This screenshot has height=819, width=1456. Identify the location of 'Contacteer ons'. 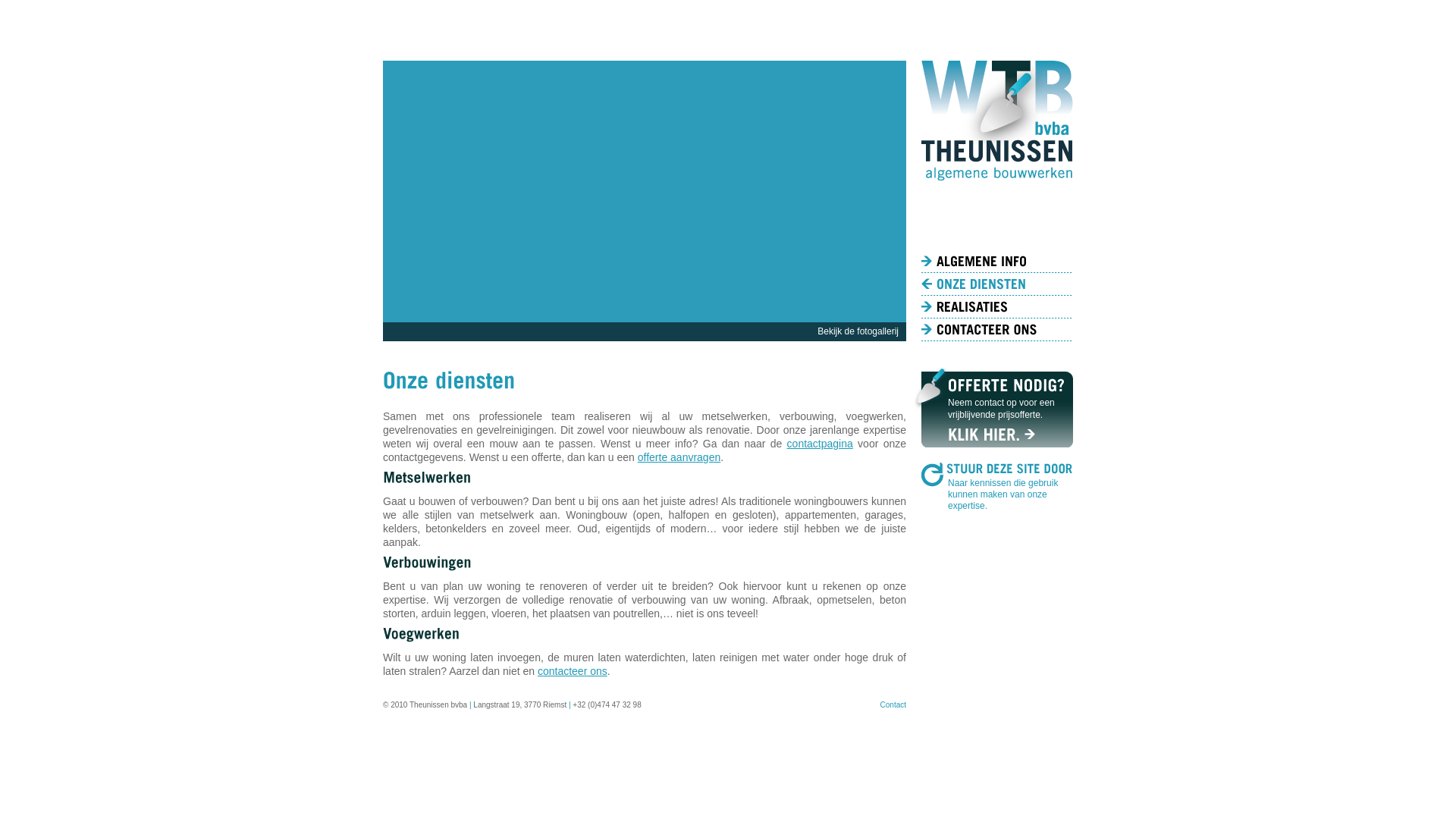
(997, 329).